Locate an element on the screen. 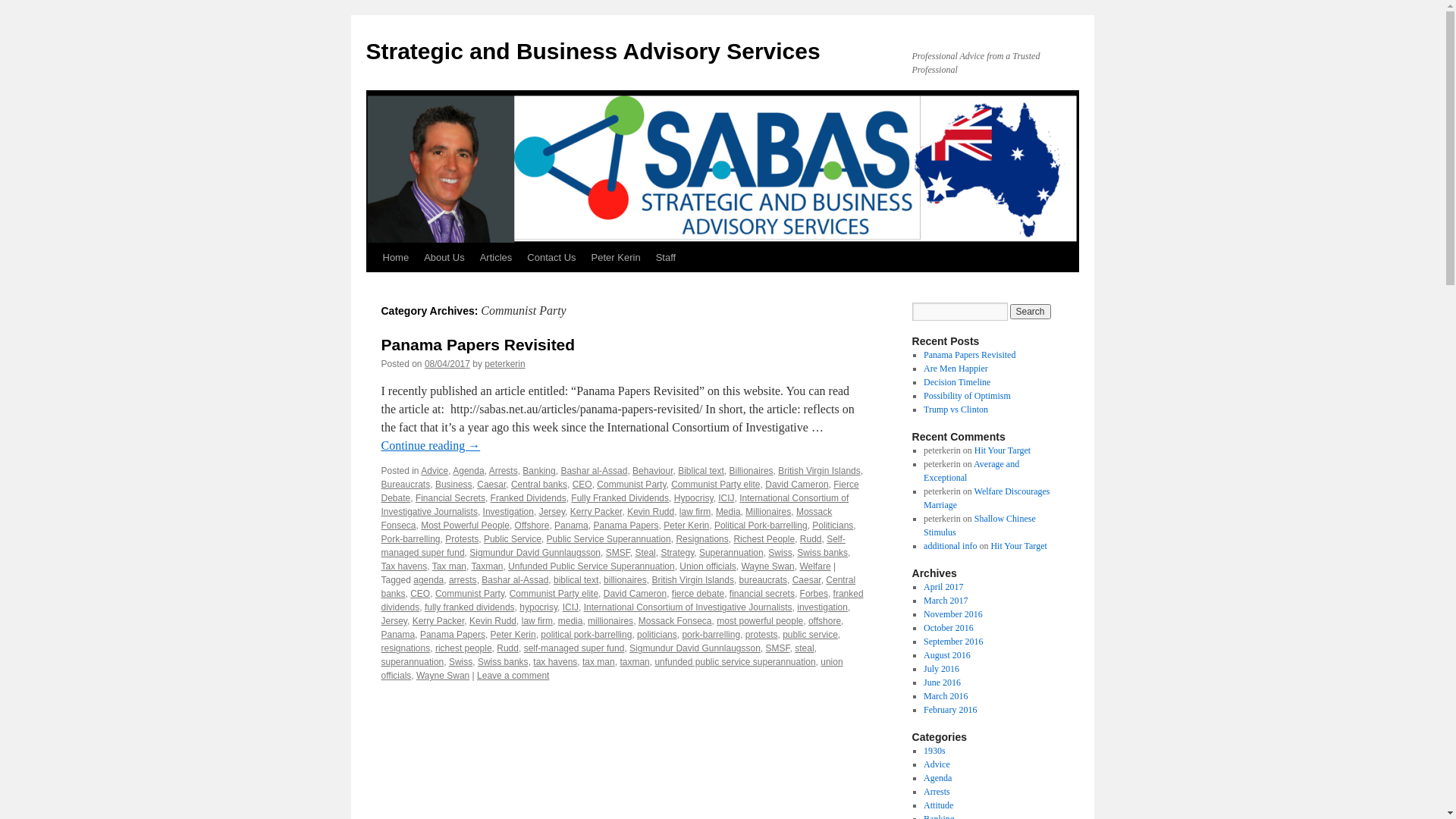  'Advice' is located at coordinates (433, 470).